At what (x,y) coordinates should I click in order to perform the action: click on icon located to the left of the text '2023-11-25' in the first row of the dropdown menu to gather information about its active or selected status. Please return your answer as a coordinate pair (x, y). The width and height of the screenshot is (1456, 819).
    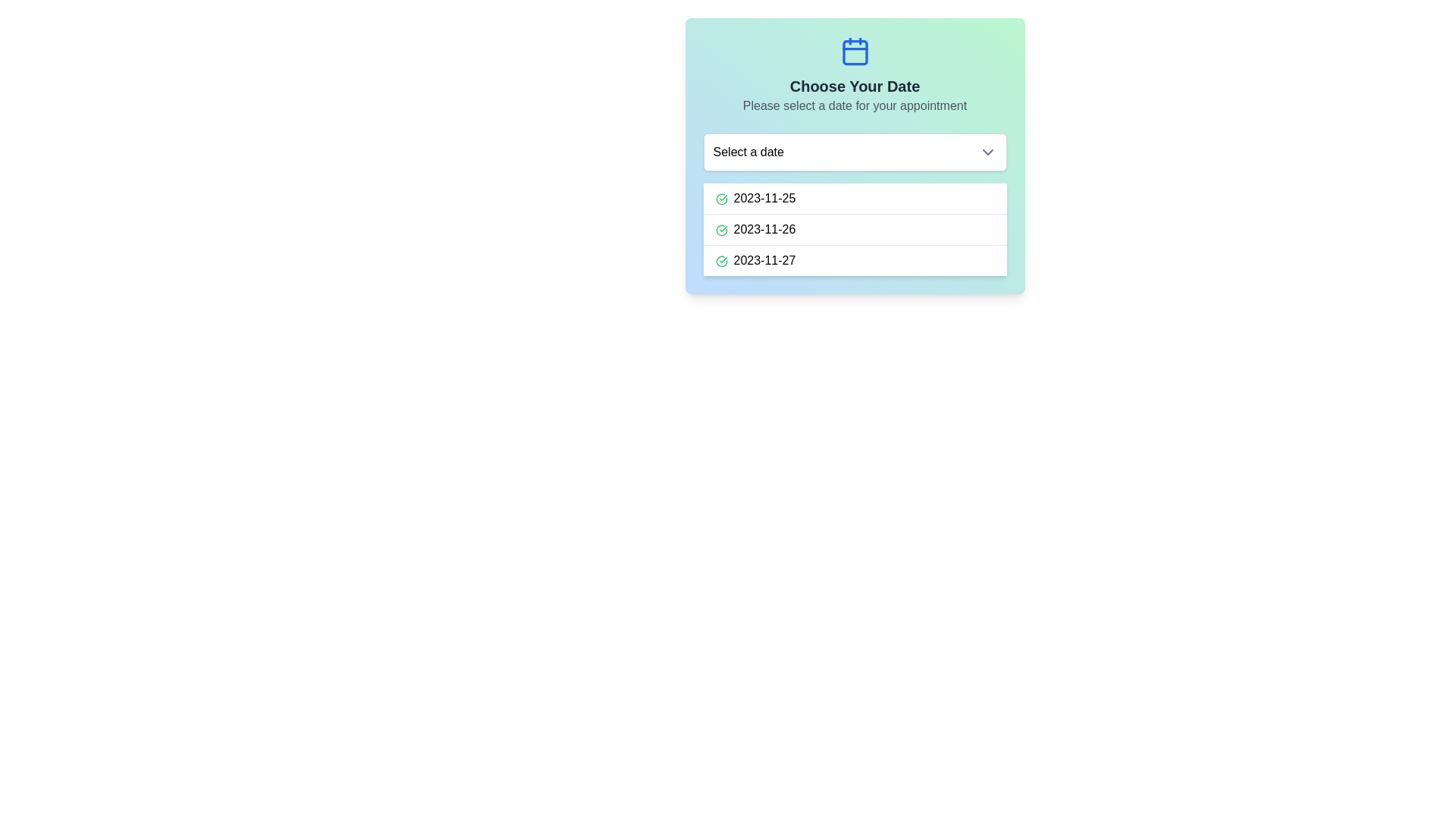
    Looking at the image, I should click on (720, 198).